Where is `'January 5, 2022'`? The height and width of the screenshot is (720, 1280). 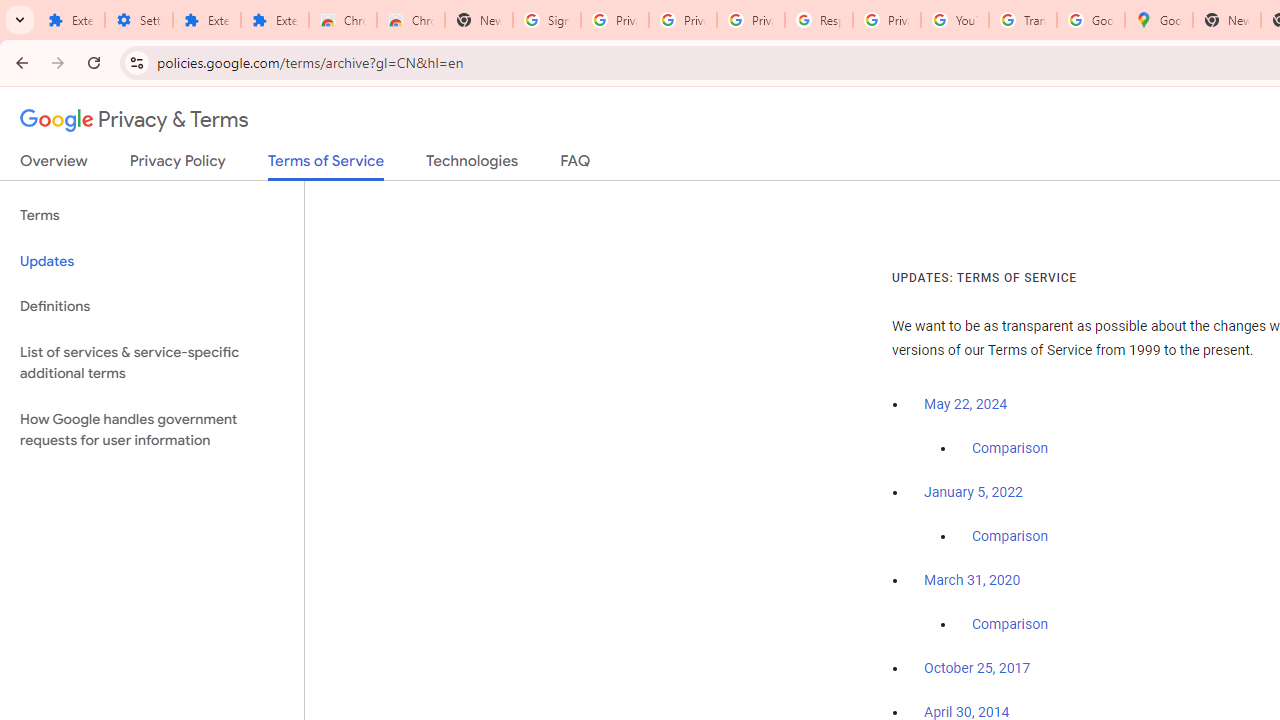 'January 5, 2022' is located at coordinates (973, 492).